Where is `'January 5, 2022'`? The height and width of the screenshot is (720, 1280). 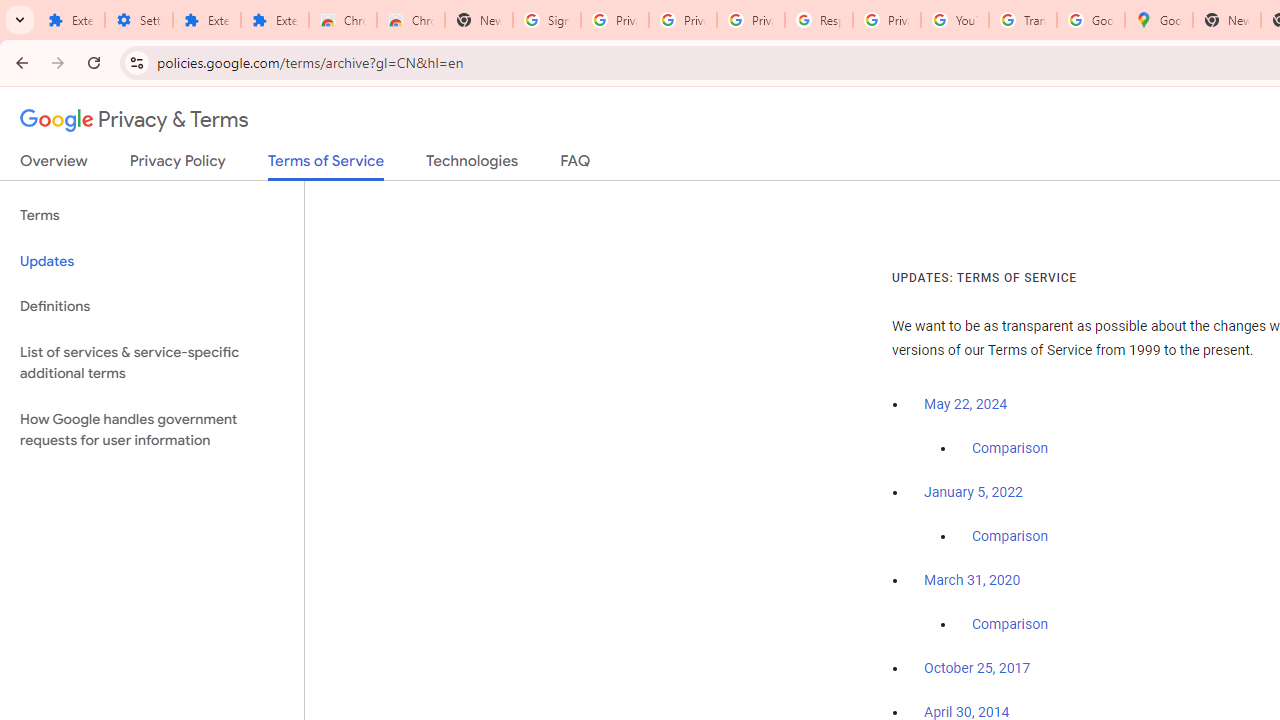 'January 5, 2022' is located at coordinates (973, 492).